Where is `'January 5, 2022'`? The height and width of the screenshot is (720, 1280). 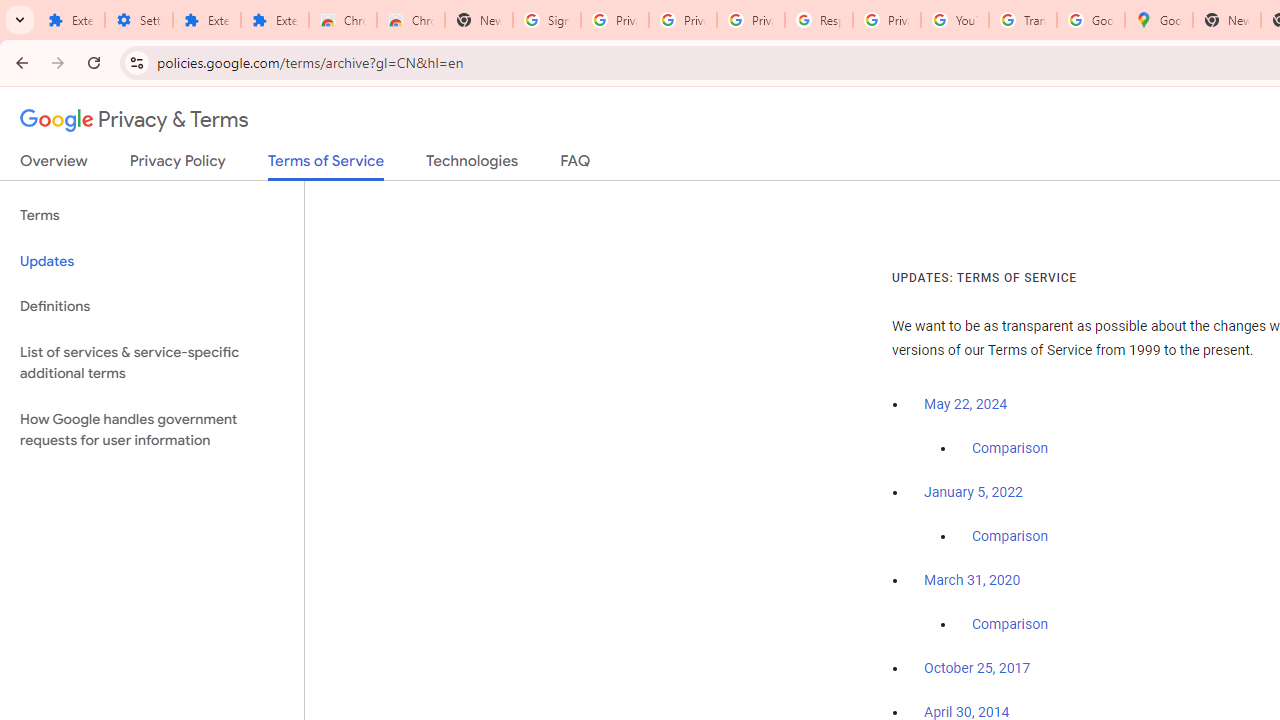 'January 5, 2022' is located at coordinates (973, 492).